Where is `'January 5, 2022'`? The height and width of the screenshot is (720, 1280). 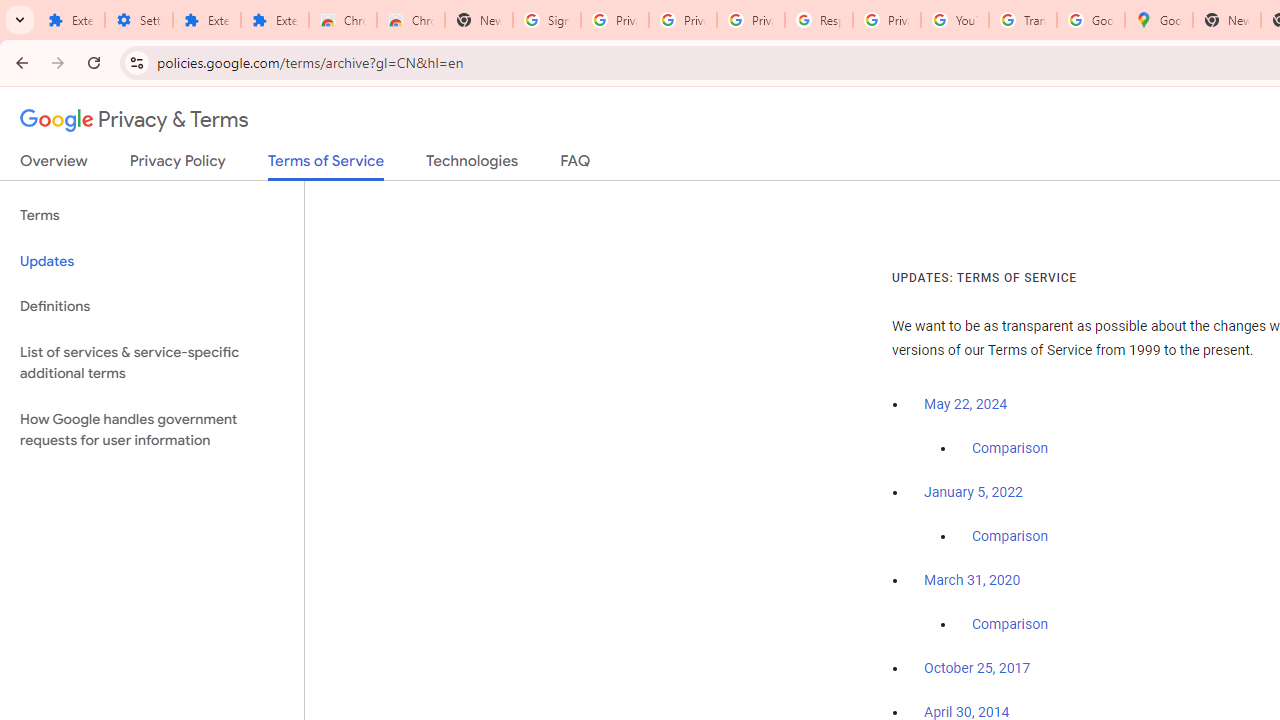 'January 5, 2022' is located at coordinates (973, 492).